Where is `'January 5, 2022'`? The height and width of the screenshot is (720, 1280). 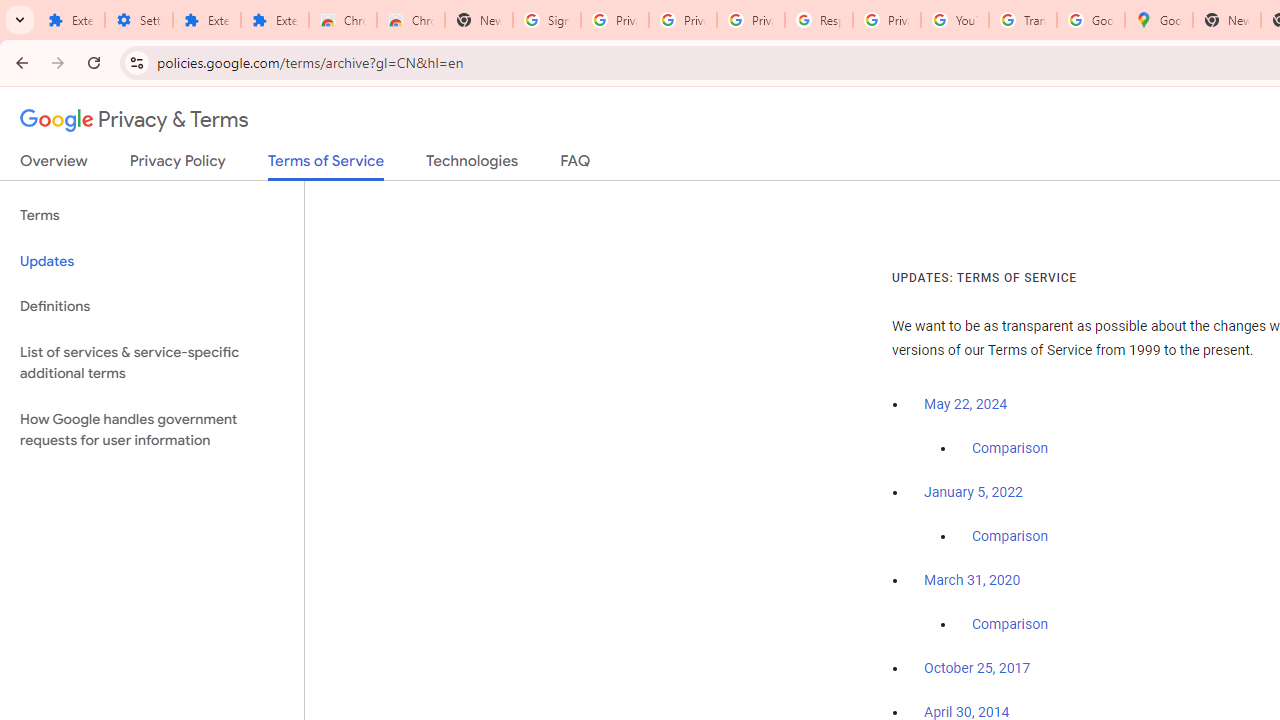 'January 5, 2022' is located at coordinates (973, 492).